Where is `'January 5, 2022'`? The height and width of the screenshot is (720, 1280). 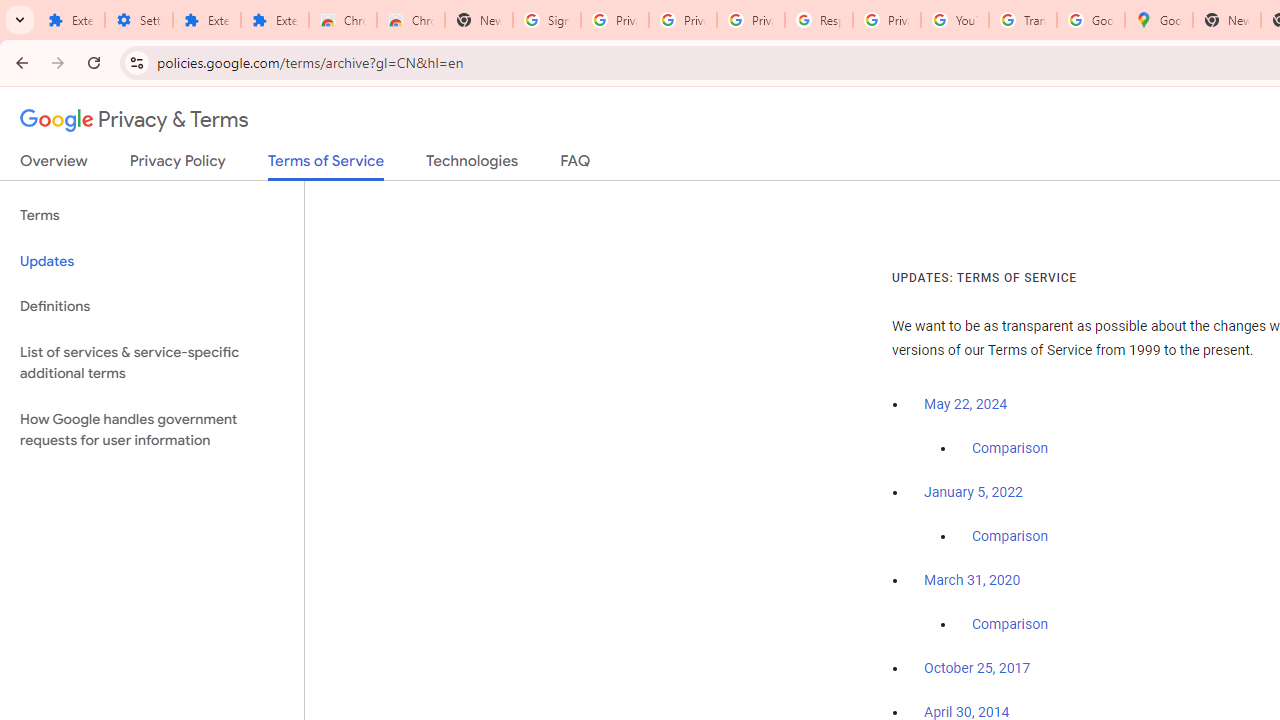 'January 5, 2022' is located at coordinates (973, 492).